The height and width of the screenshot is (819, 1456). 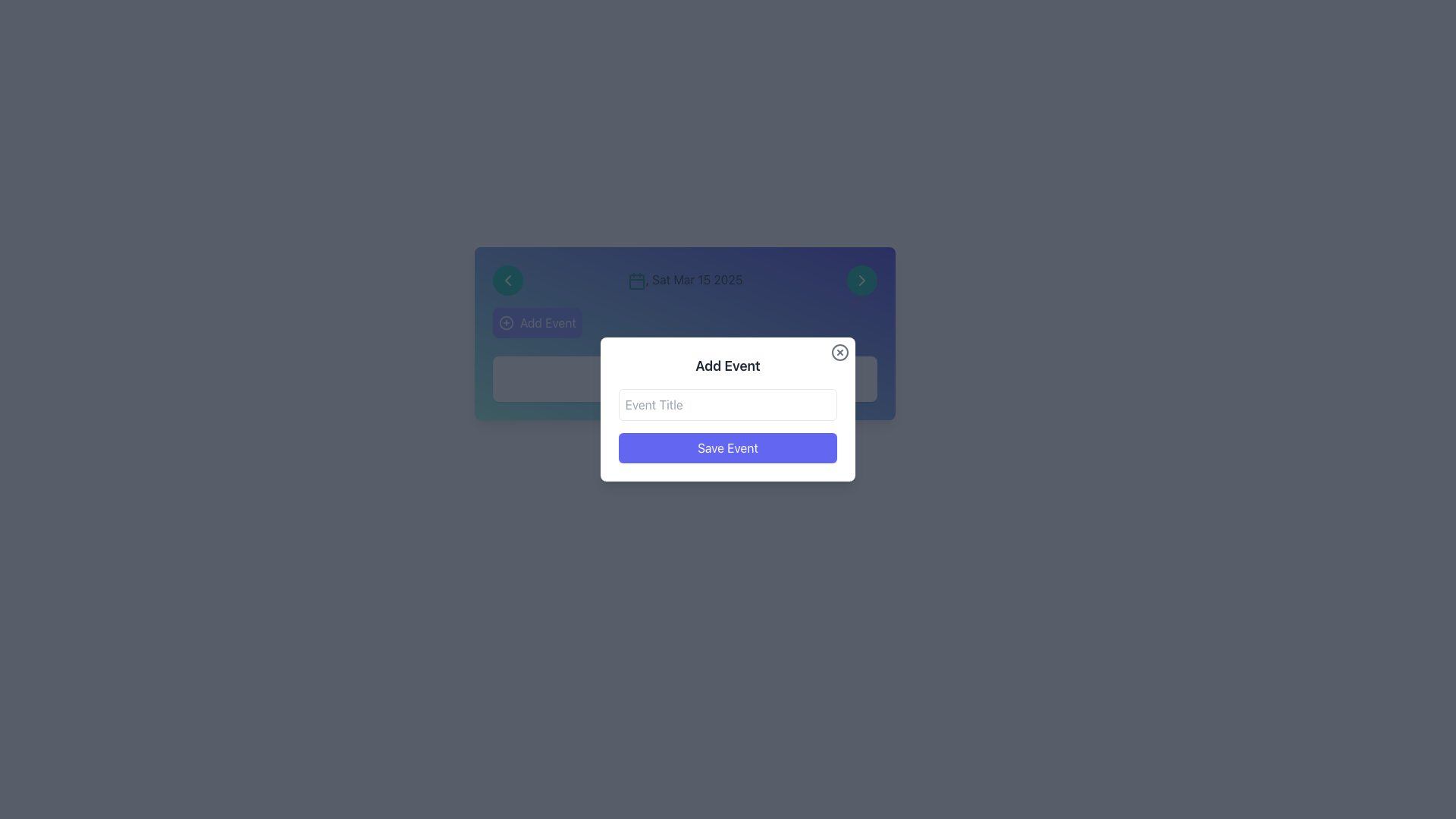 What do you see at coordinates (508, 281) in the screenshot?
I see `the leftward-pointing chevron icon within the teal circular button` at bounding box center [508, 281].